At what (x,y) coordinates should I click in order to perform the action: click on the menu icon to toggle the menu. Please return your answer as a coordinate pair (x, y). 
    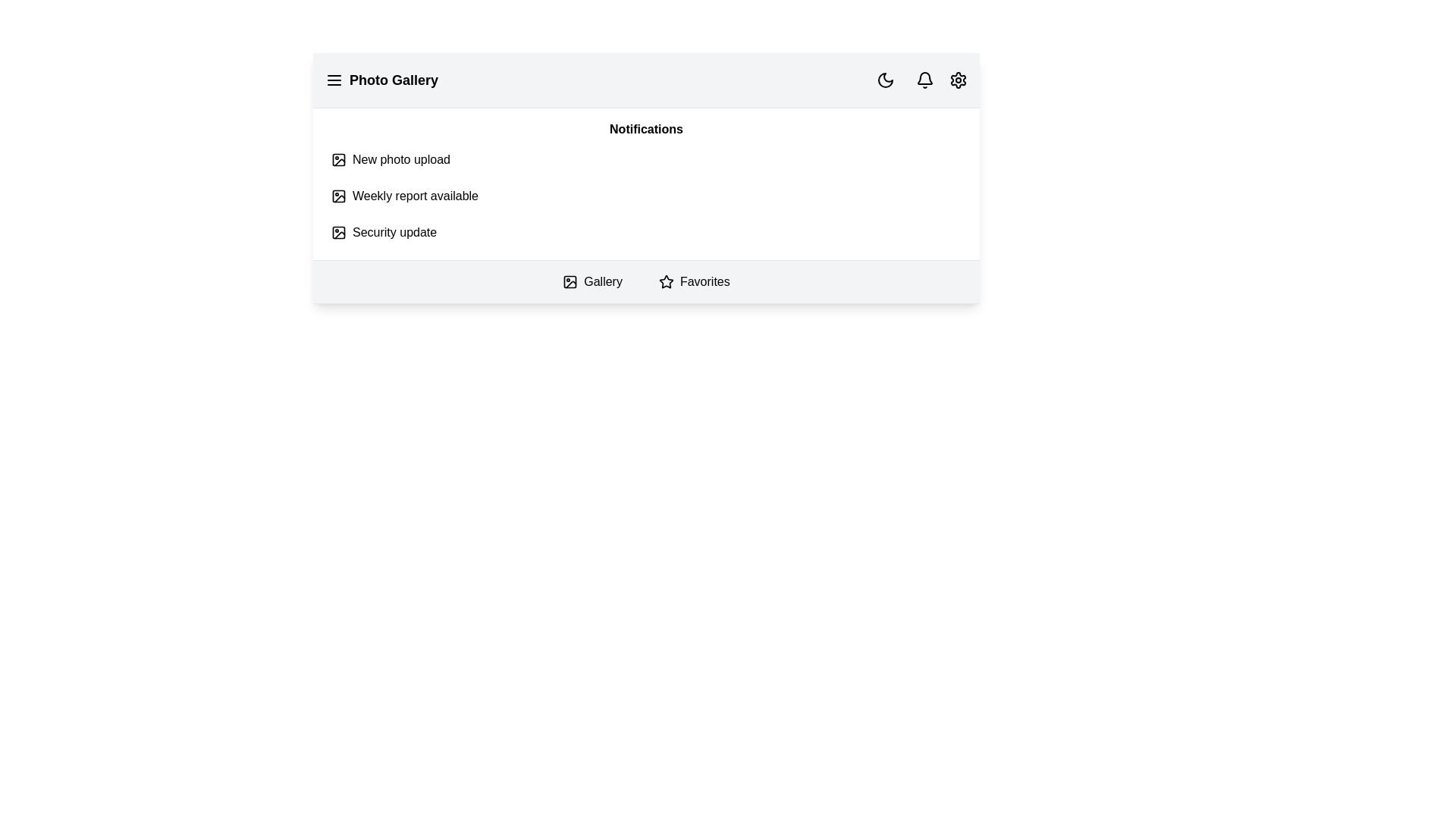
    Looking at the image, I should click on (334, 80).